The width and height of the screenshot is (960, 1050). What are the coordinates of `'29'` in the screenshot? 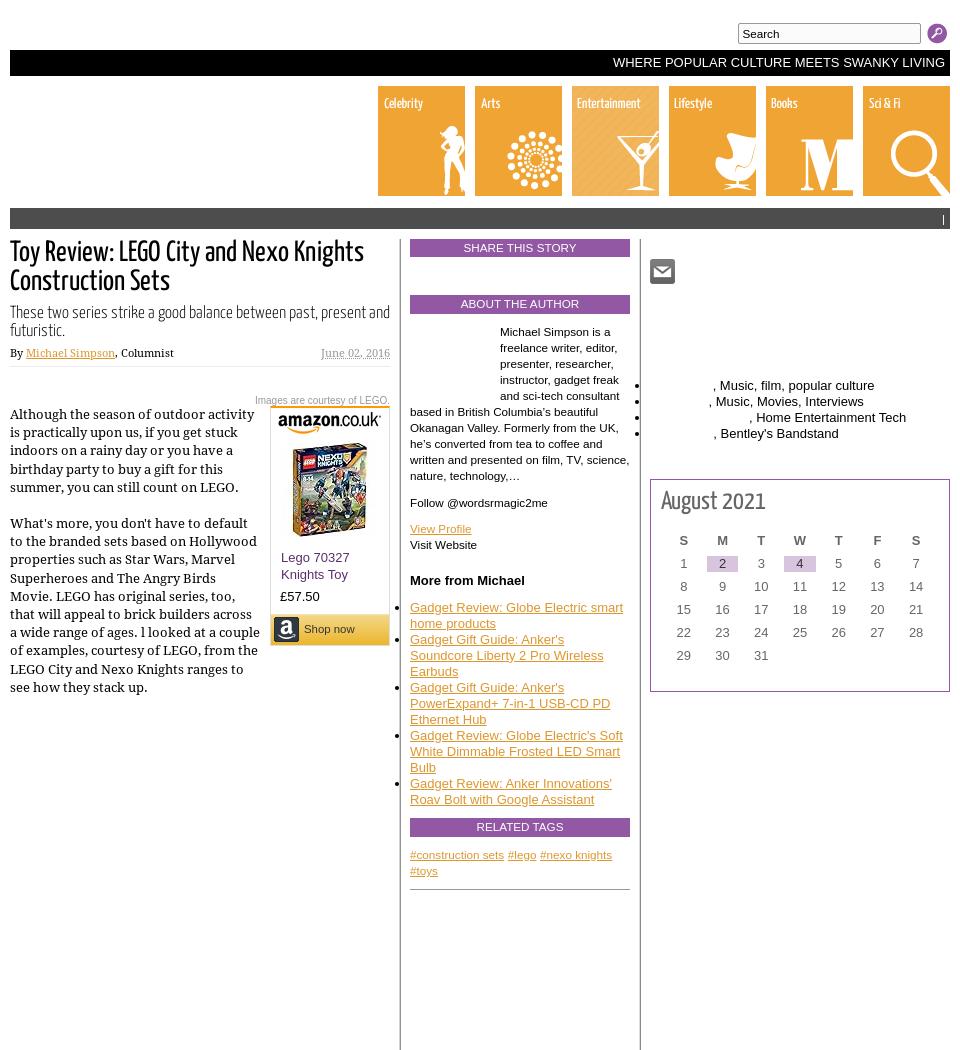 It's located at (683, 653).